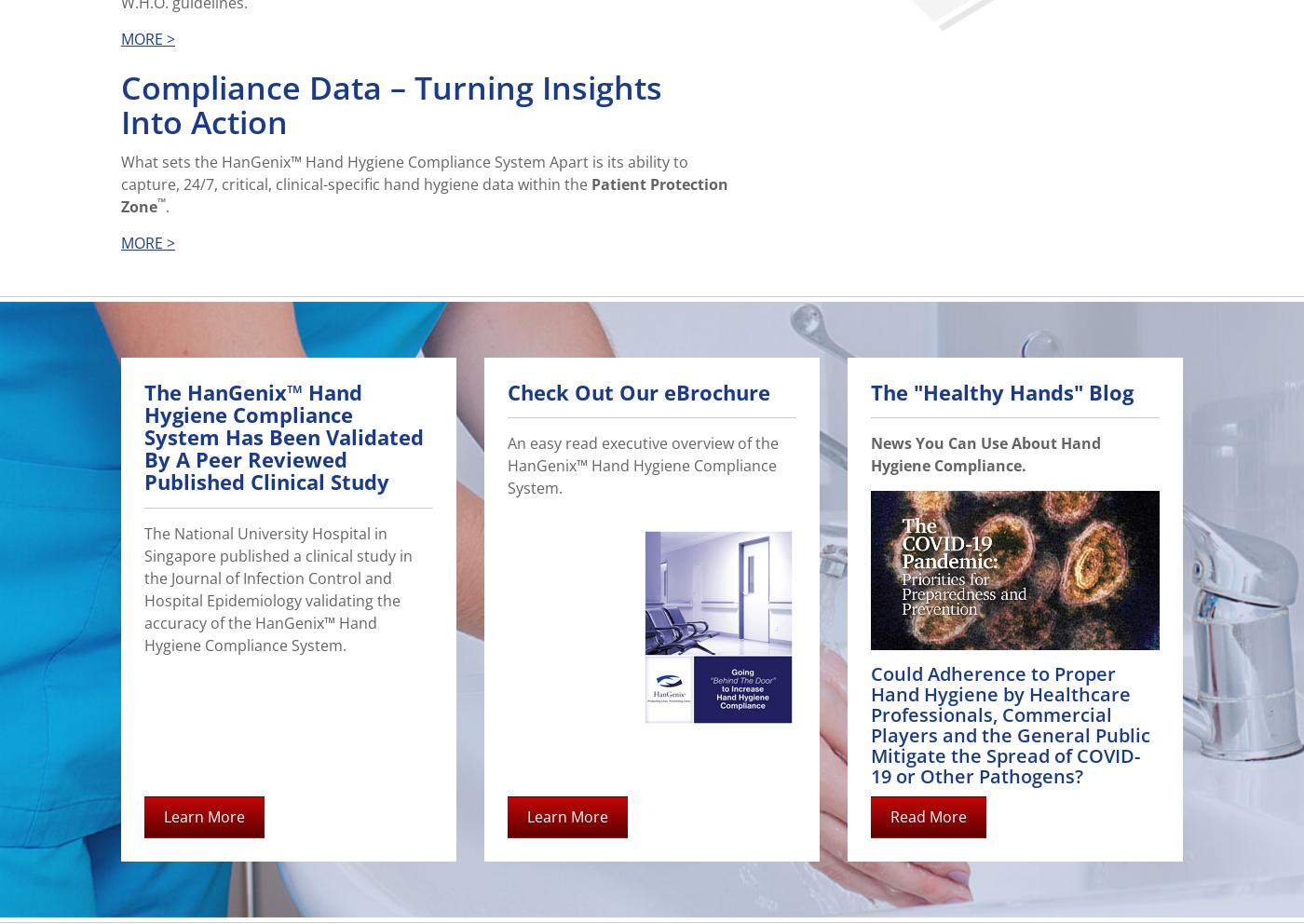  What do you see at coordinates (284, 436) in the screenshot?
I see `'The HanGenix™ Hand Hygiene Compliance System Has Been Validated By A Peer Reviewed Published Clinical Study'` at bounding box center [284, 436].